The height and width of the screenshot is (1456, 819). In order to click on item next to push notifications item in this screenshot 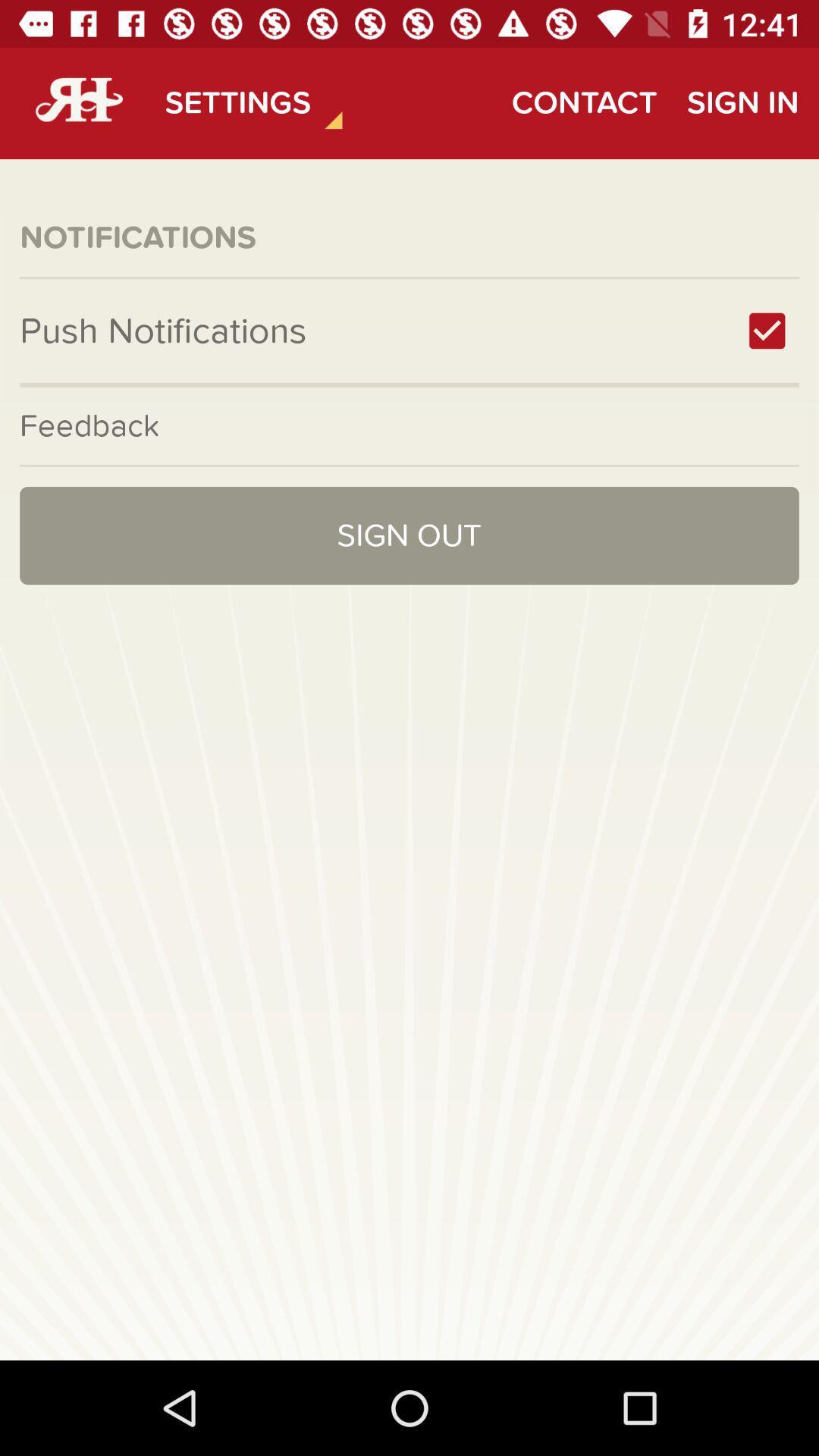, I will do `click(767, 330)`.